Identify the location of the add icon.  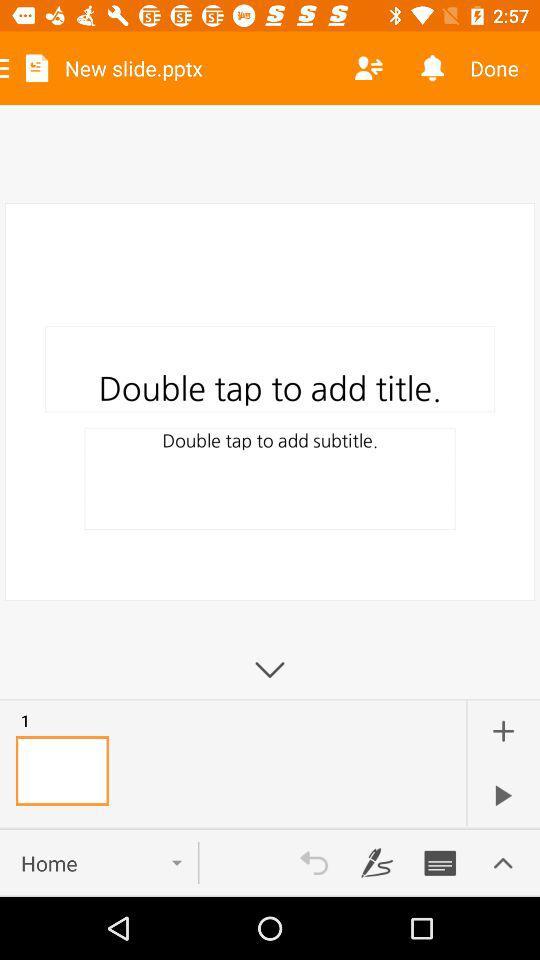
(502, 730).